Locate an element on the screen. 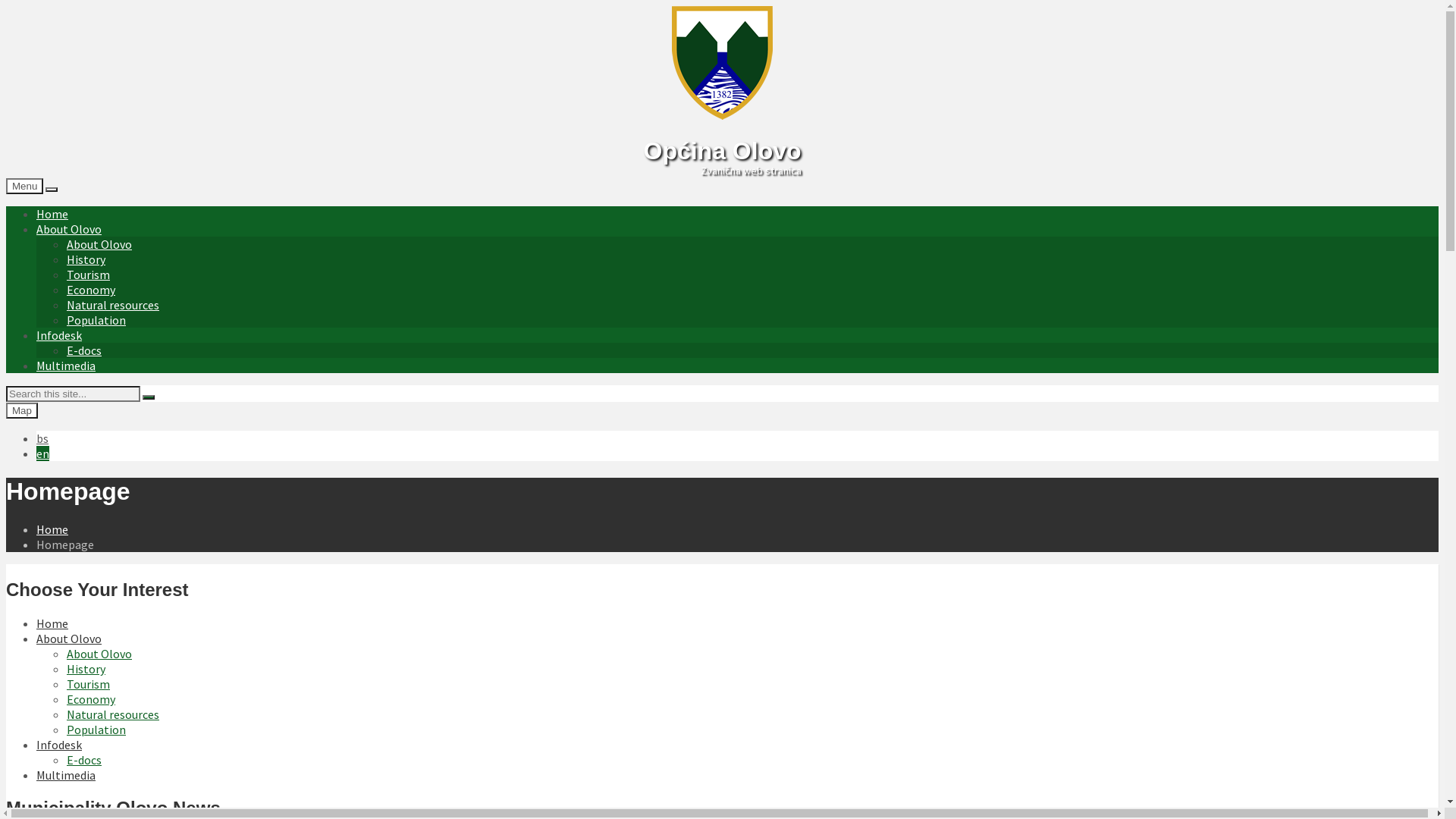 Image resolution: width=1456 pixels, height=819 pixels. 'Natural resources' is located at coordinates (111, 714).